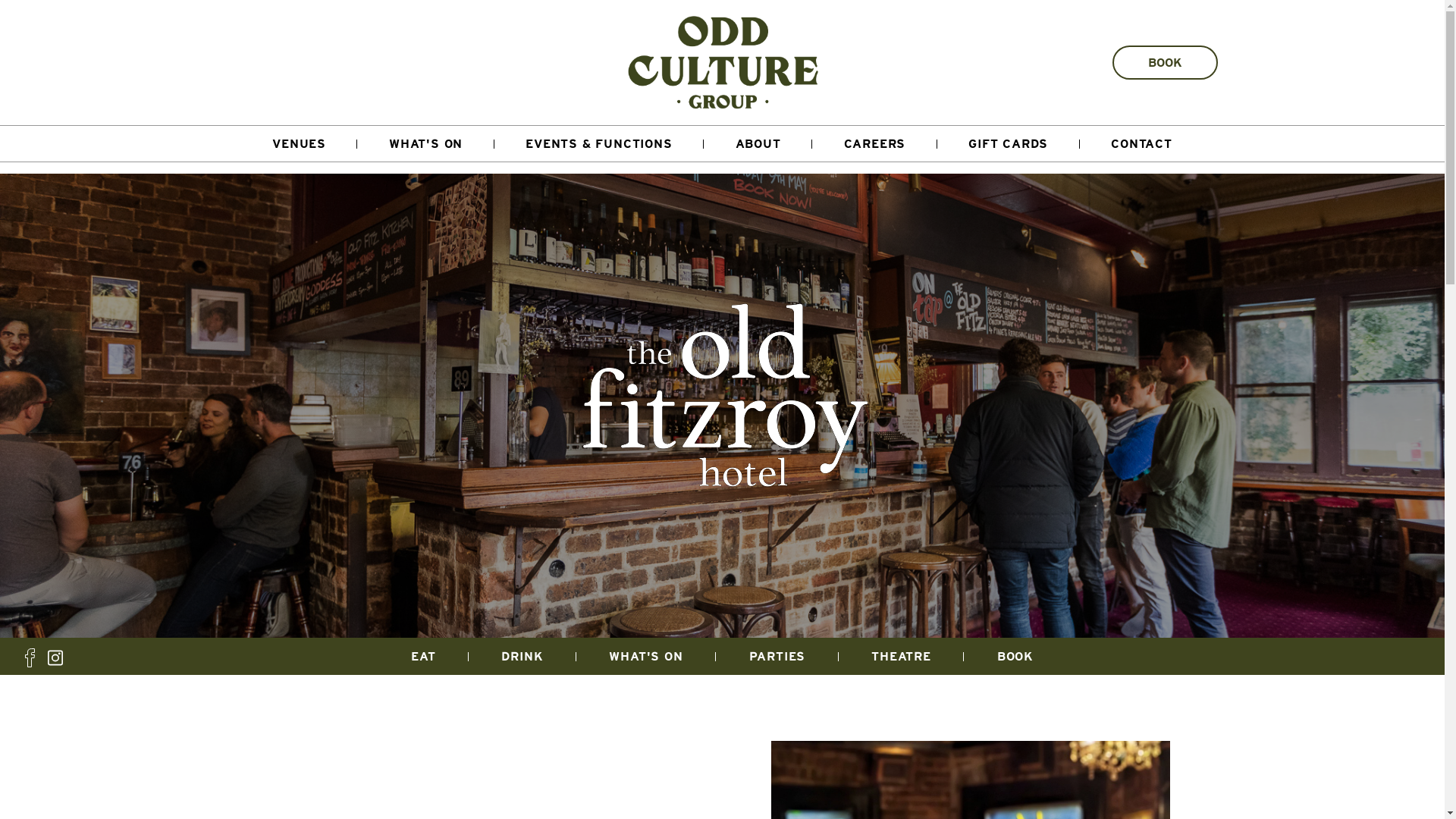 The height and width of the screenshot is (819, 1456). Describe the element at coordinates (874, 143) in the screenshot. I see `'CAREERS'` at that location.